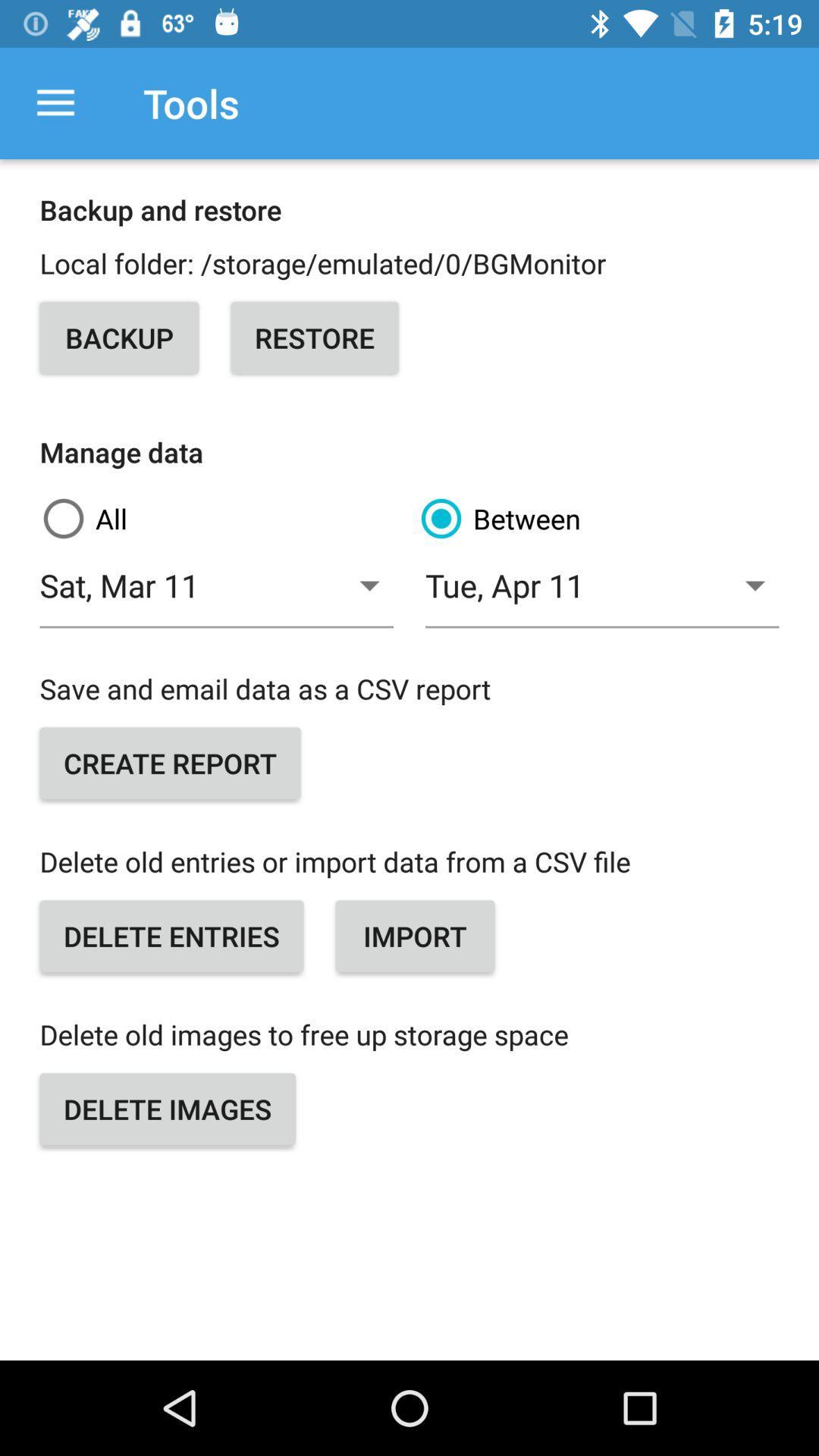 The image size is (819, 1456). I want to click on the icon next to the between icon, so click(216, 593).